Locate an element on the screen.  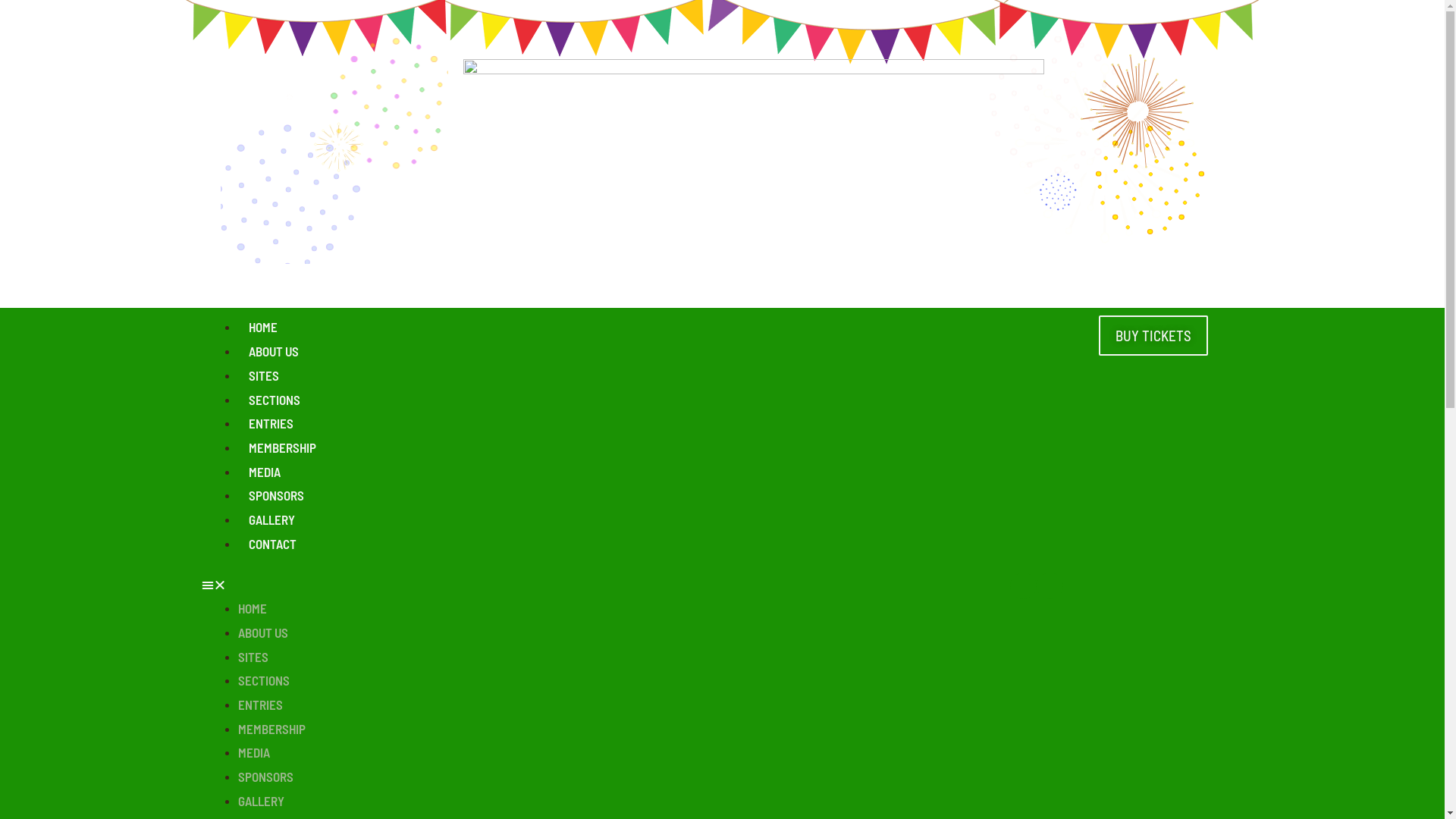
'HOME' is located at coordinates (252, 607).